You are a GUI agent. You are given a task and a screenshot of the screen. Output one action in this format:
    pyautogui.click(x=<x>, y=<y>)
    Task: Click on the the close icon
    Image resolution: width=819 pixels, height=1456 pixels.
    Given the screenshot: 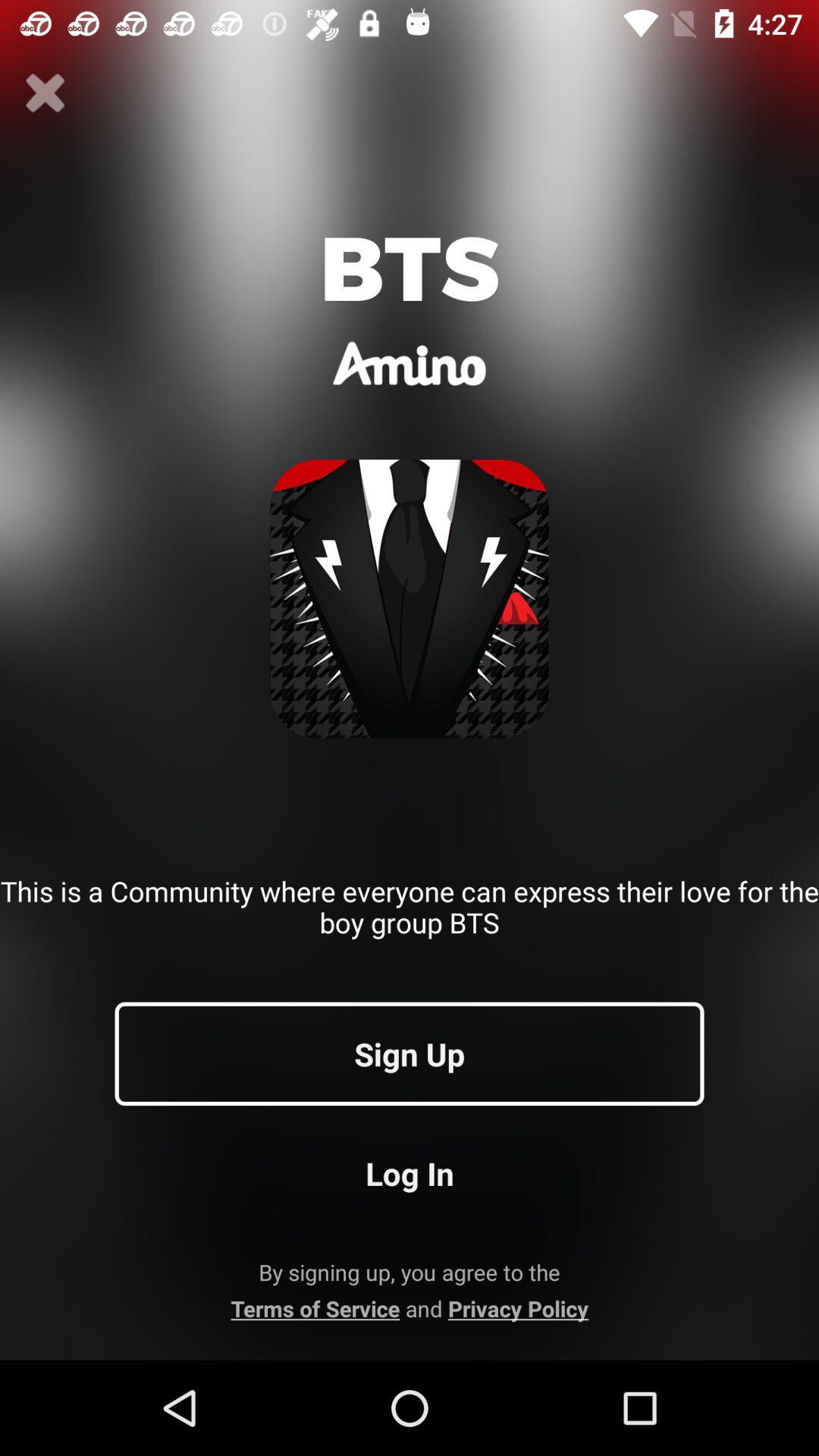 What is the action you would take?
    pyautogui.click(x=45, y=93)
    